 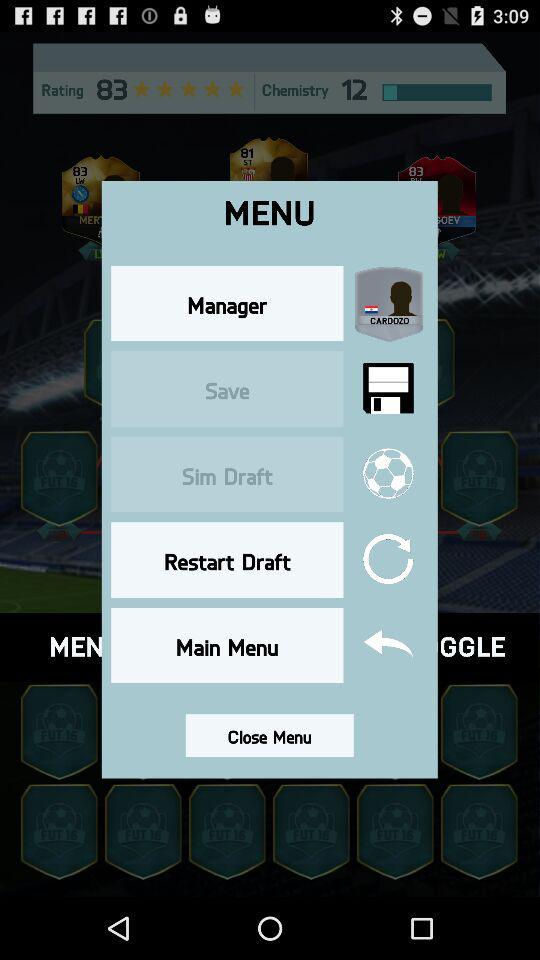 I want to click on the avatar icon, so click(x=59, y=508).